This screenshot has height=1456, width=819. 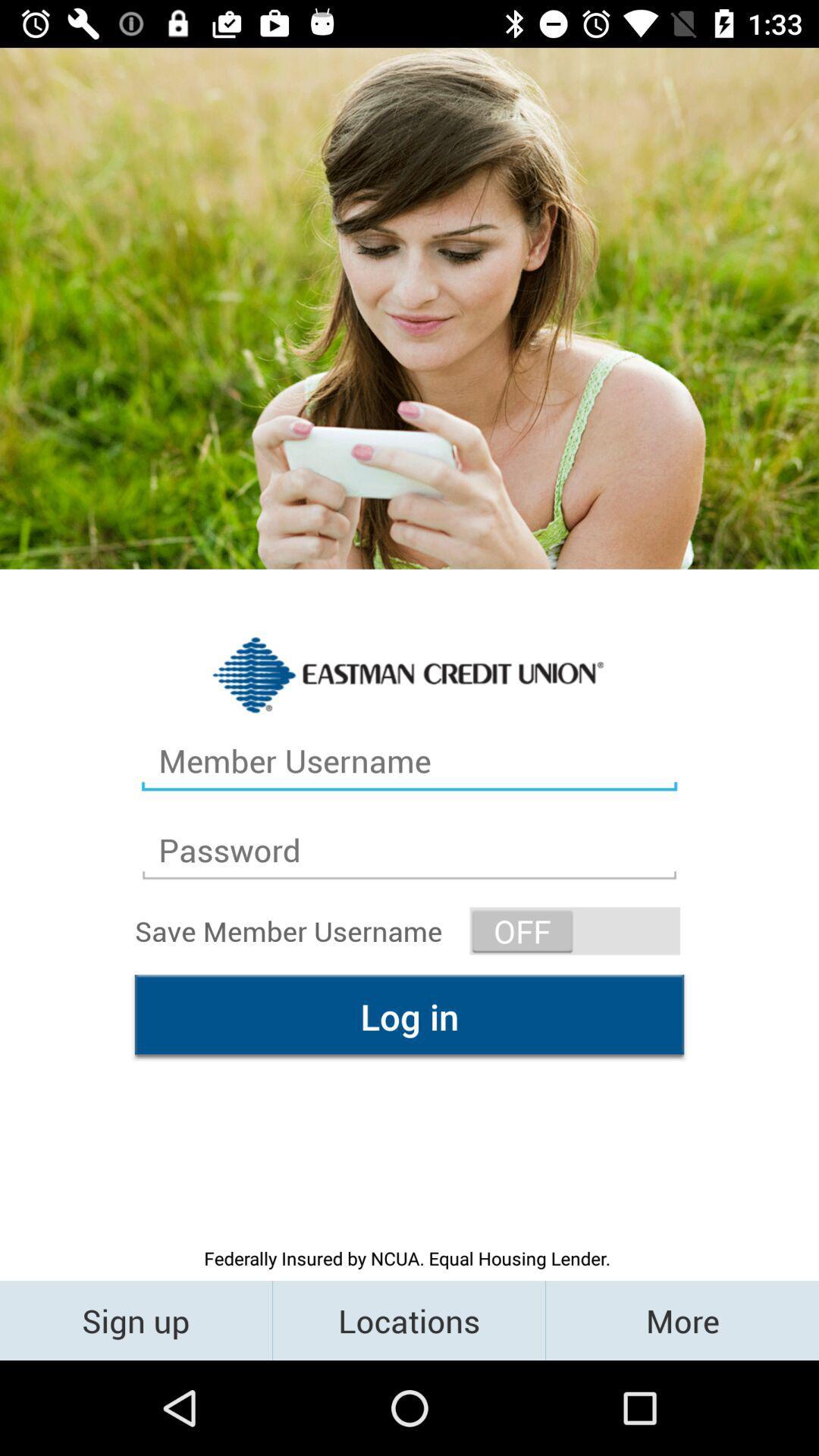 I want to click on the item next to the locations, so click(x=681, y=1319).